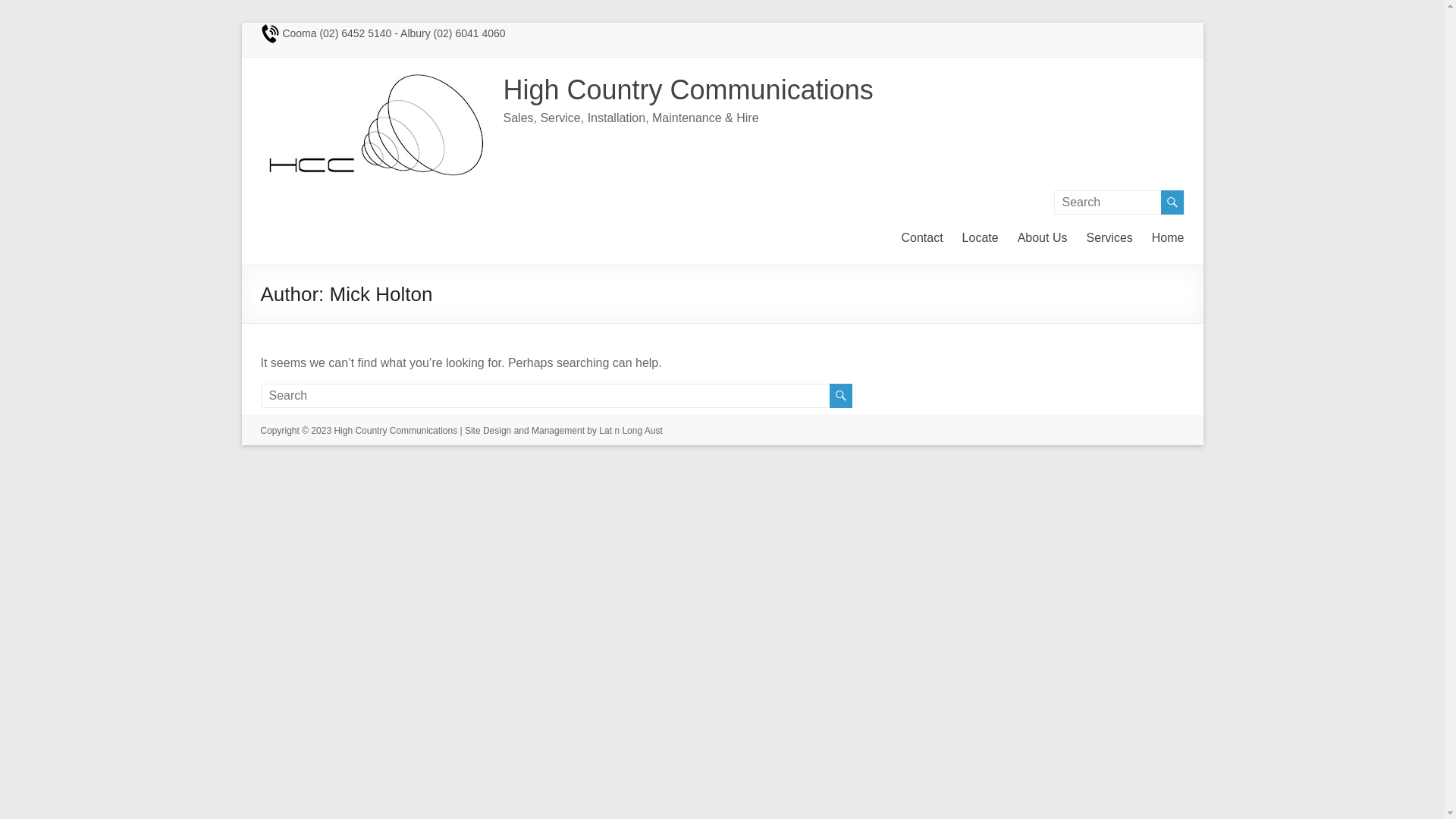 The height and width of the screenshot is (819, 1456). What do you see at coordinates (1109, 236) in the screenshot?
I see `'Services'` at bounding box center [1109, 236].